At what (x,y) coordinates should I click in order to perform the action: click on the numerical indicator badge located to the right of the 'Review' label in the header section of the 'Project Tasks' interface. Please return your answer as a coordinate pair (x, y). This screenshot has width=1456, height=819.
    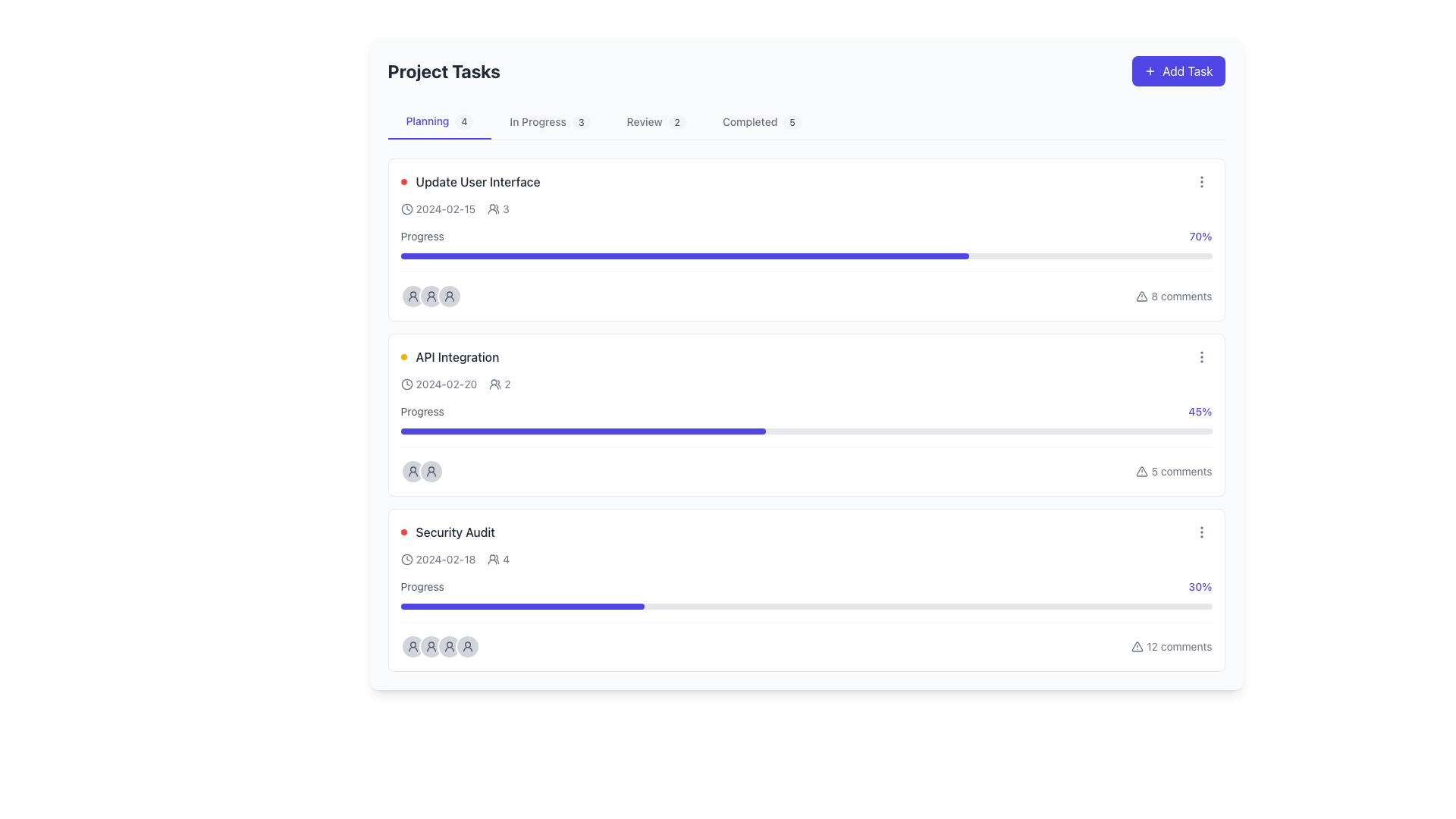
    Looking at the image, I should click on (676, 121).